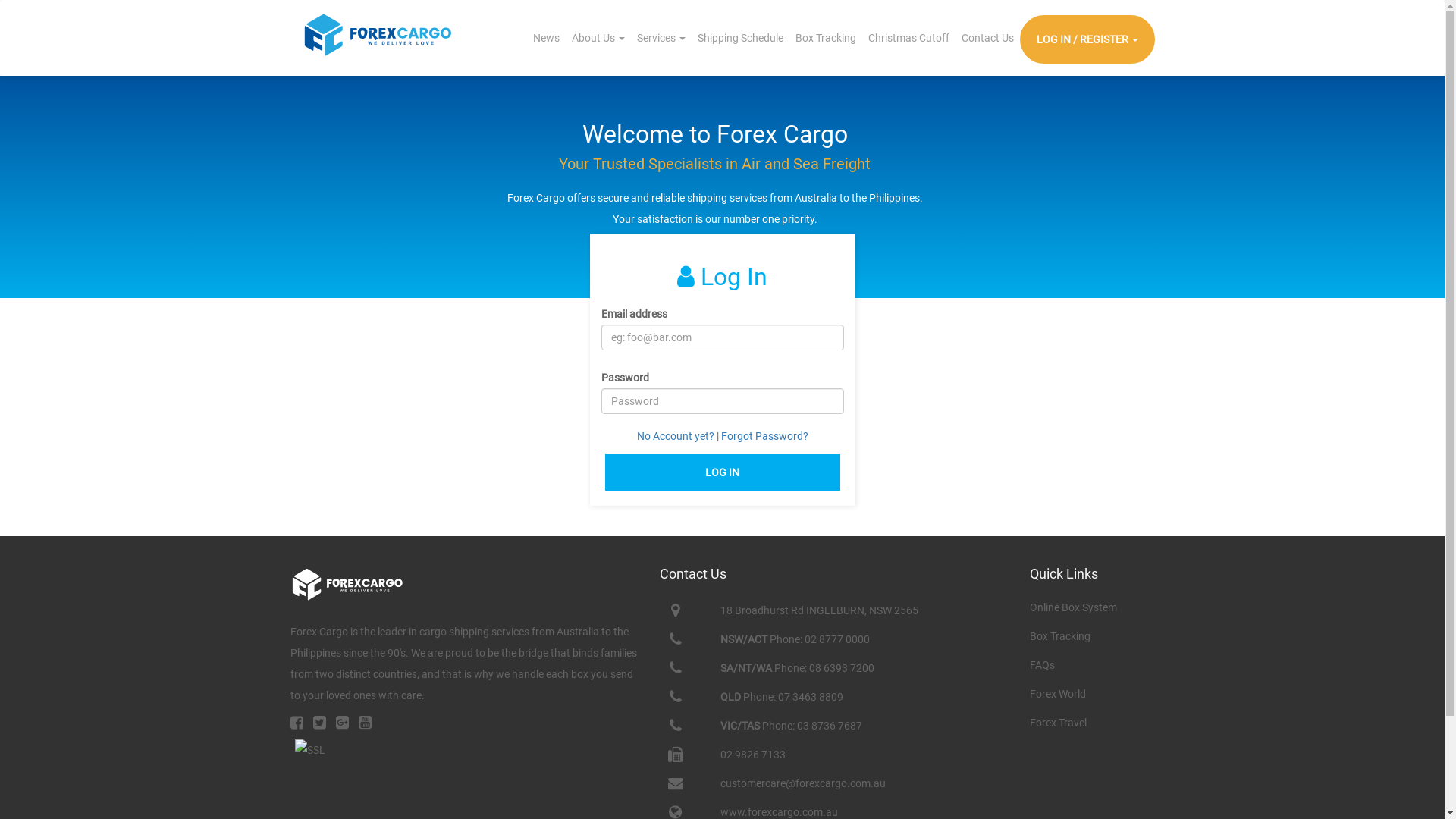 This screenshot has width=1456, height=819. Describe the element at coordinates (597, 37) in the screenshot. I see `'About Us'` at that location.